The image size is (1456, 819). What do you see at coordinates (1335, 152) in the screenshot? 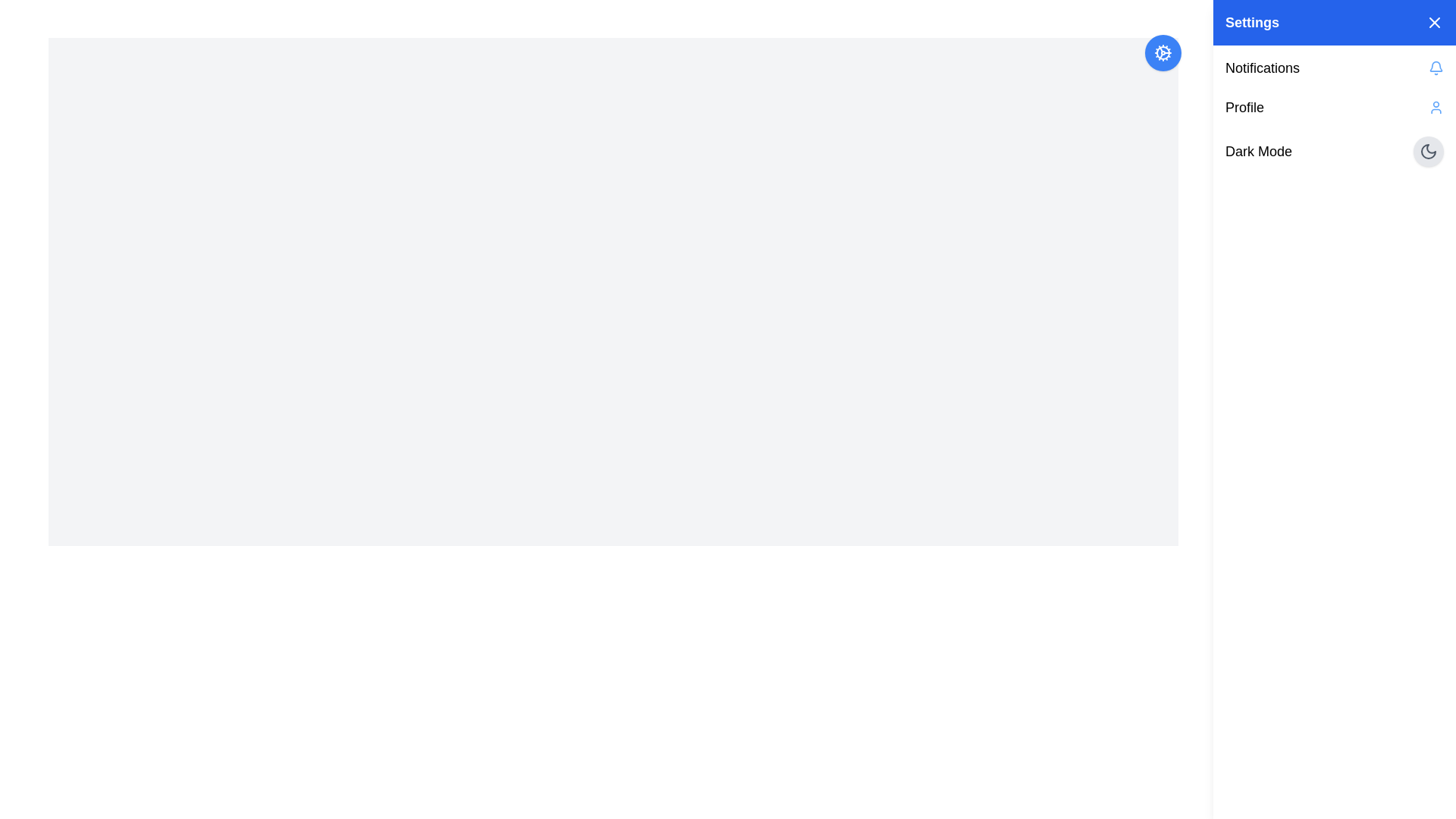
I see `the third list item in the right-side settings panel, which toggles the UI theme to dark mode` at bounding box center [1335, 152].